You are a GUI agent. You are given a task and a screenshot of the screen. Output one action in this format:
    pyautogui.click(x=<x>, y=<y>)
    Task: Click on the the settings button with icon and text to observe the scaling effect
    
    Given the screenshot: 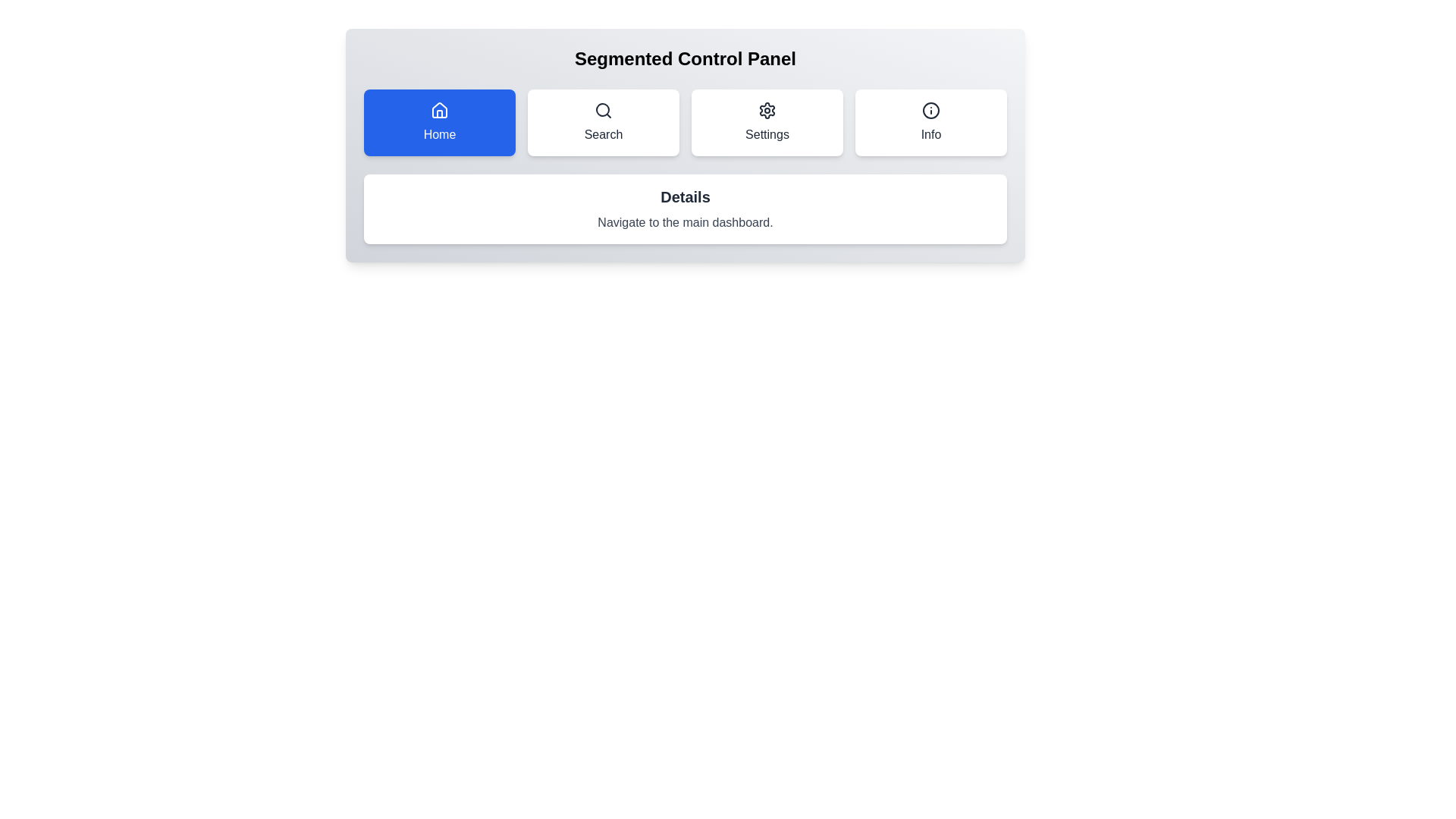 What is the action you would take?
    pyautogui.click(x=767, y=122)
    